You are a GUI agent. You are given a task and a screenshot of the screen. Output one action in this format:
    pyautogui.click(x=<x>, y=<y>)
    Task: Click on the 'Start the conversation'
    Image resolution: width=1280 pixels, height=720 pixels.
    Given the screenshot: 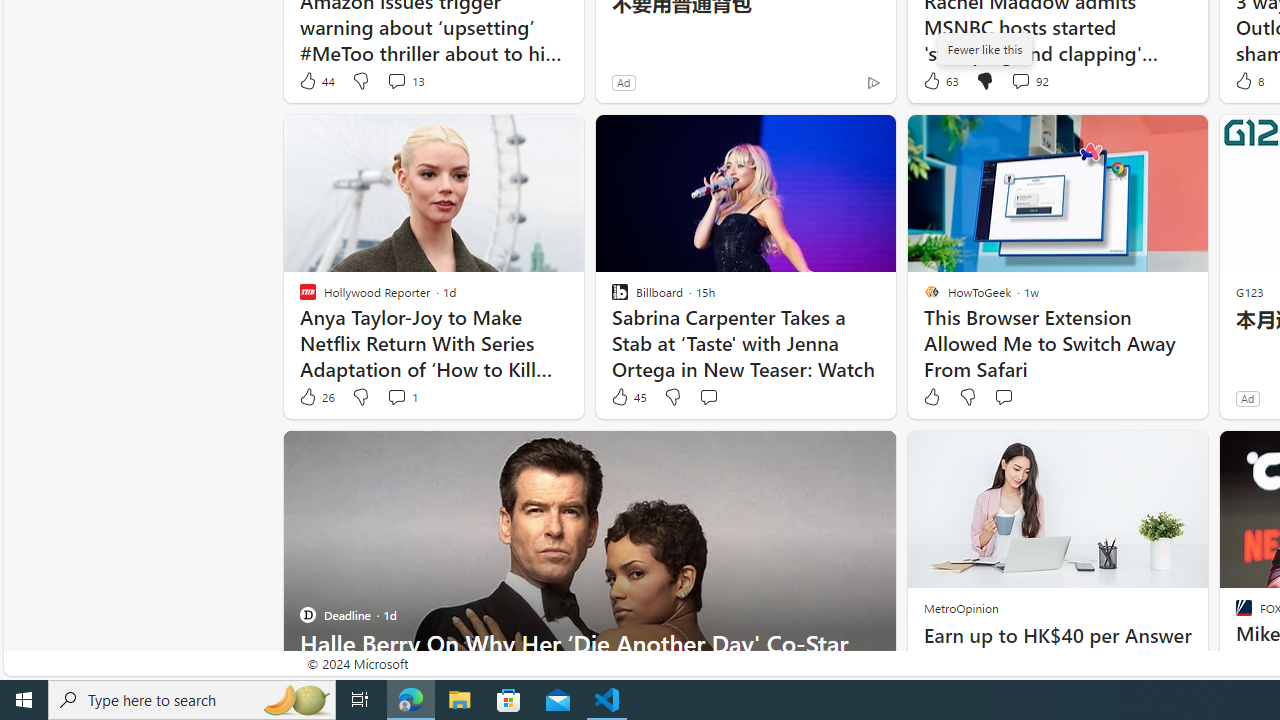 What is the action you would take?
    pyautogui.click(x=1003, y=397)
    